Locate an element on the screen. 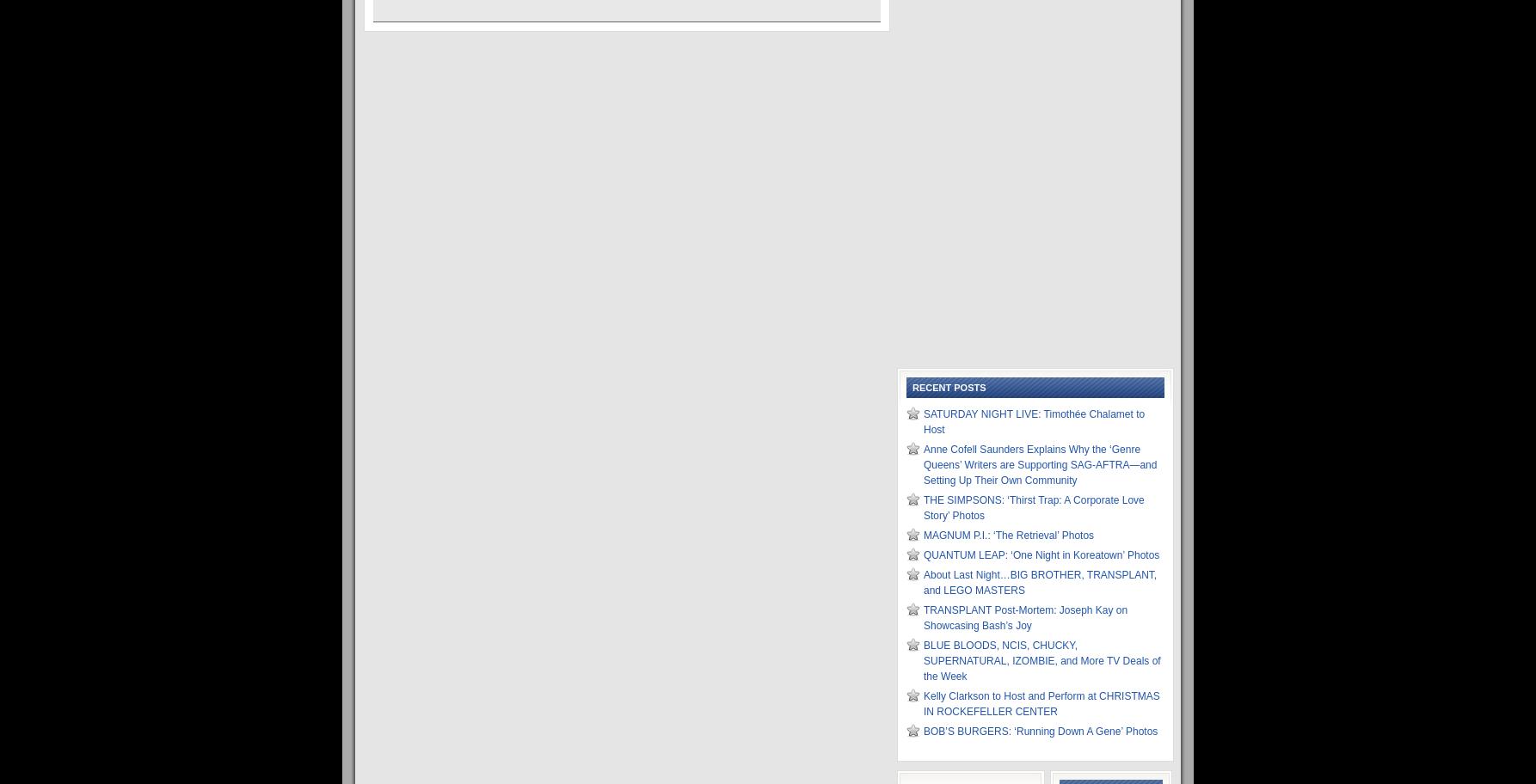 The width and height of the screenshot is (1536, 784). 'Recent Posts' is located at coordinates (912, 386).